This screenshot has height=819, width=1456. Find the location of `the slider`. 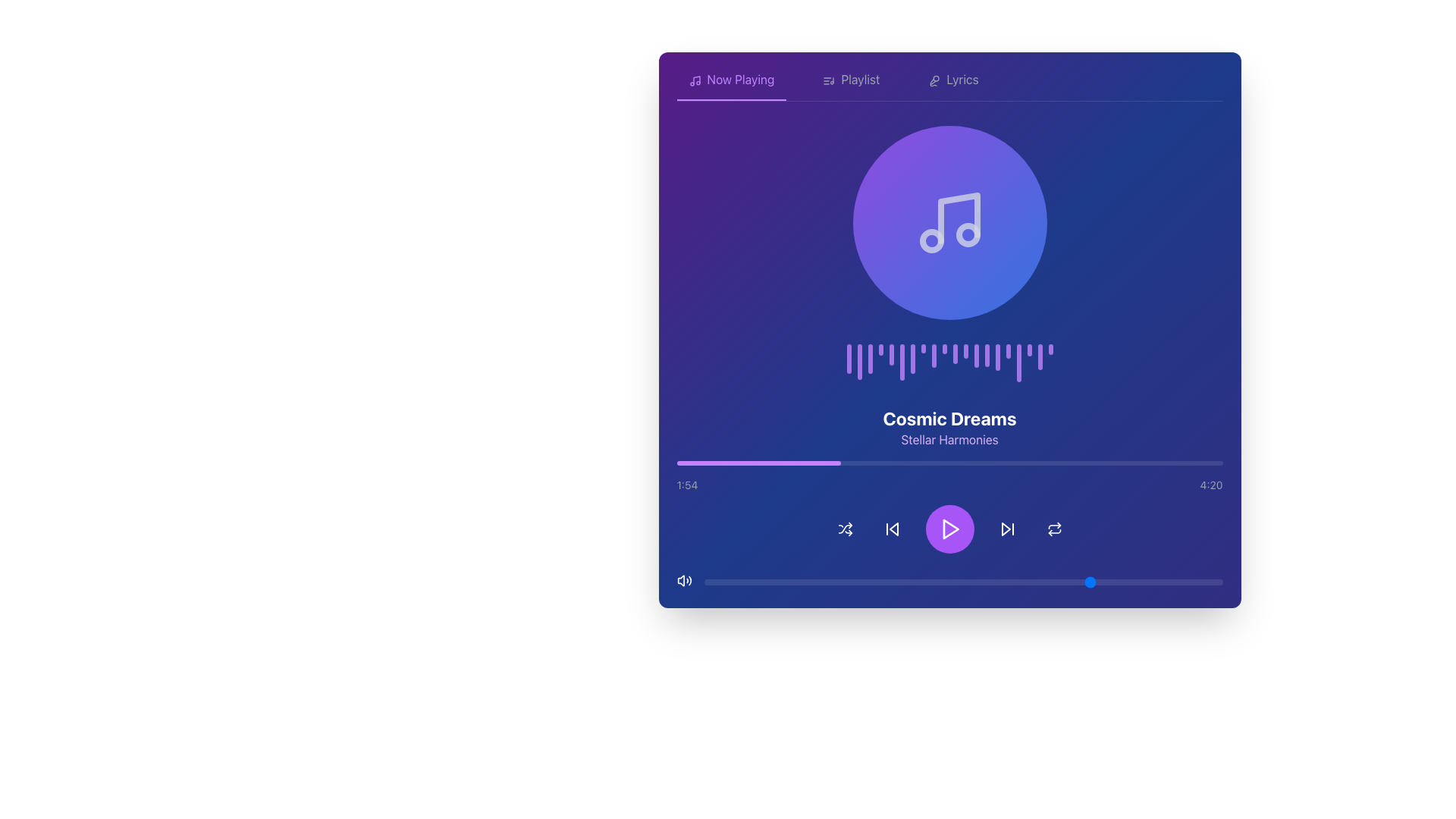

the slider is located at coordinates (1217, 581).